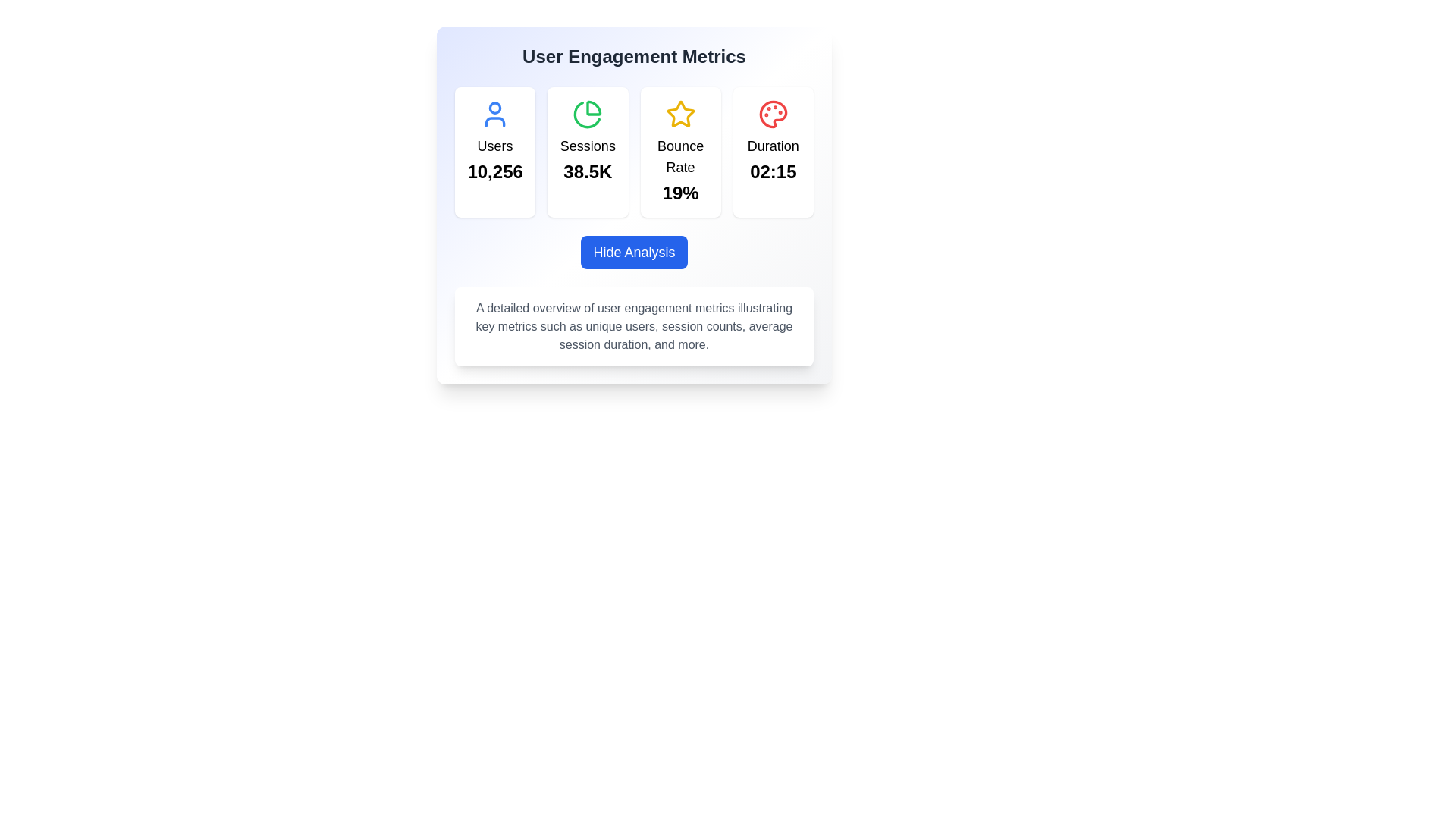 The height and width of the screenshot is (819, 1456). Describe the element at coordinates (679, 113) in the screenshot. I see `the star icon representing the 'Bounce Rate' metric in the third metric card of the 'User Engagement Metrics' section` at that location.